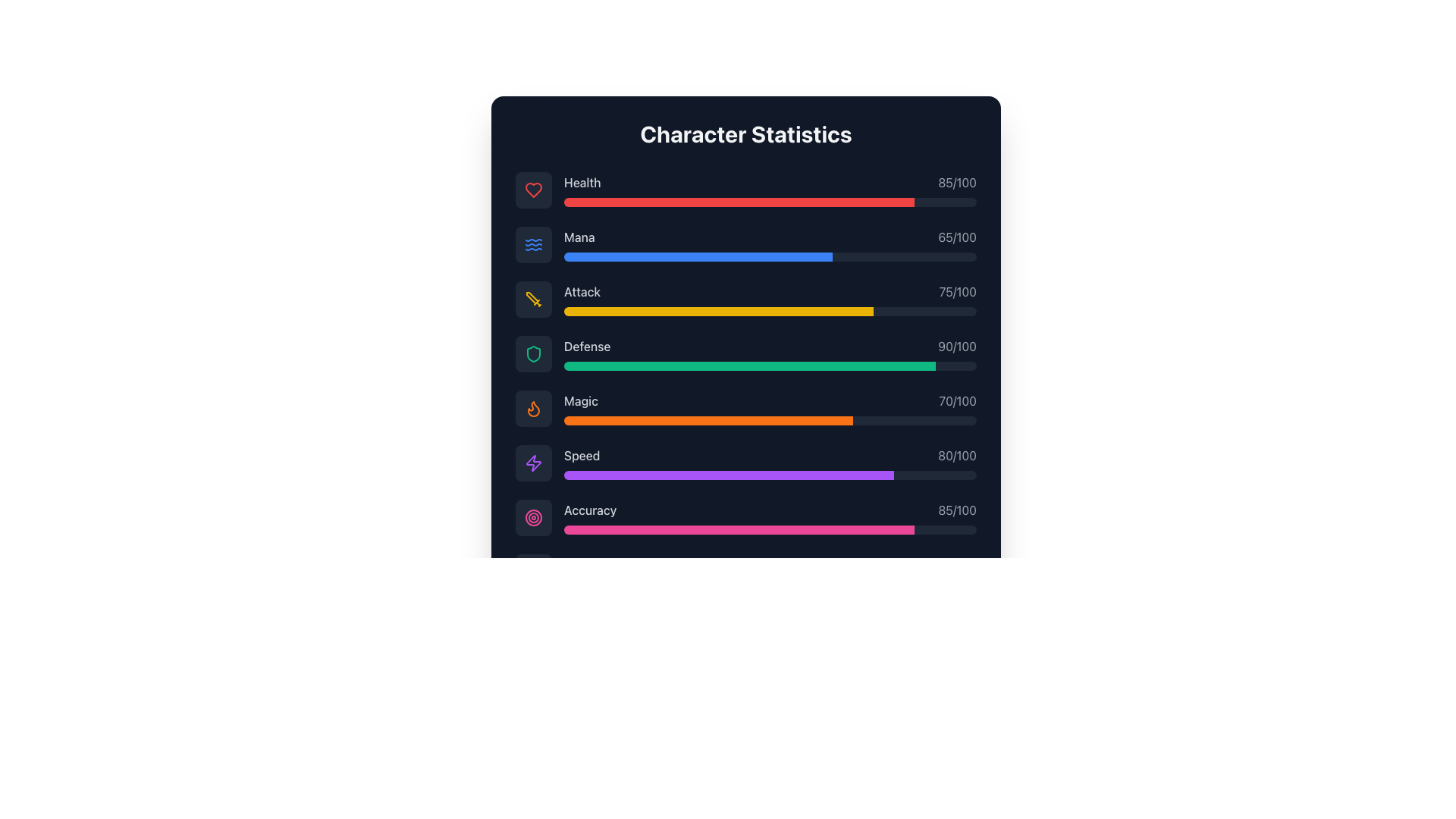  What do you see at coordinates (745, 353) in the screenshot?
I see `the 'Defense' progress bar, which visually represents the character's defense statistic and is positioned between the 'Attack' and 'Magic' attributes in the 'Character Statistics' section` at bounding box center [745, 353].